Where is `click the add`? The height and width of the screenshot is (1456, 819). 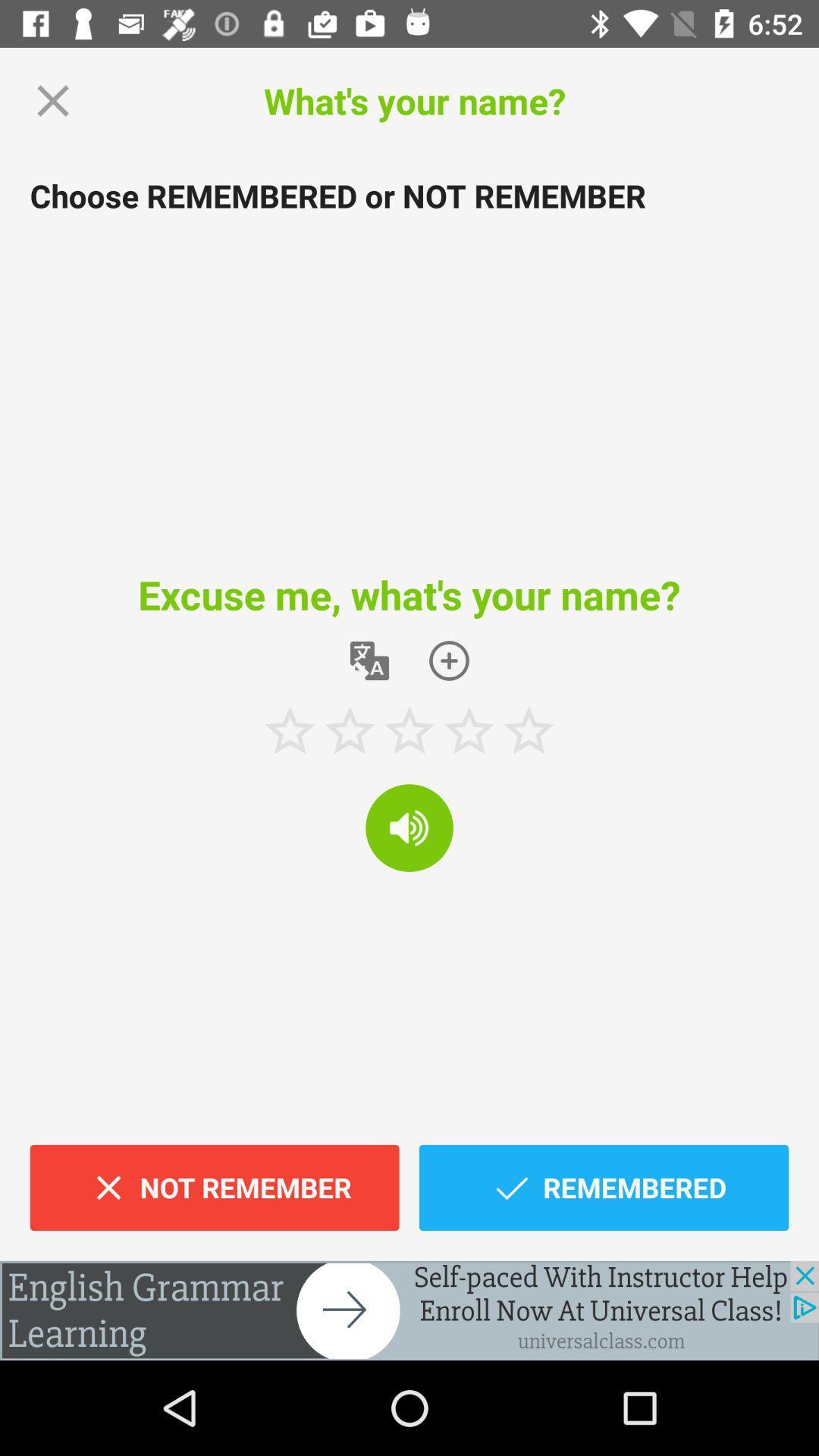
click the add is located at coordinates (409, 1310).